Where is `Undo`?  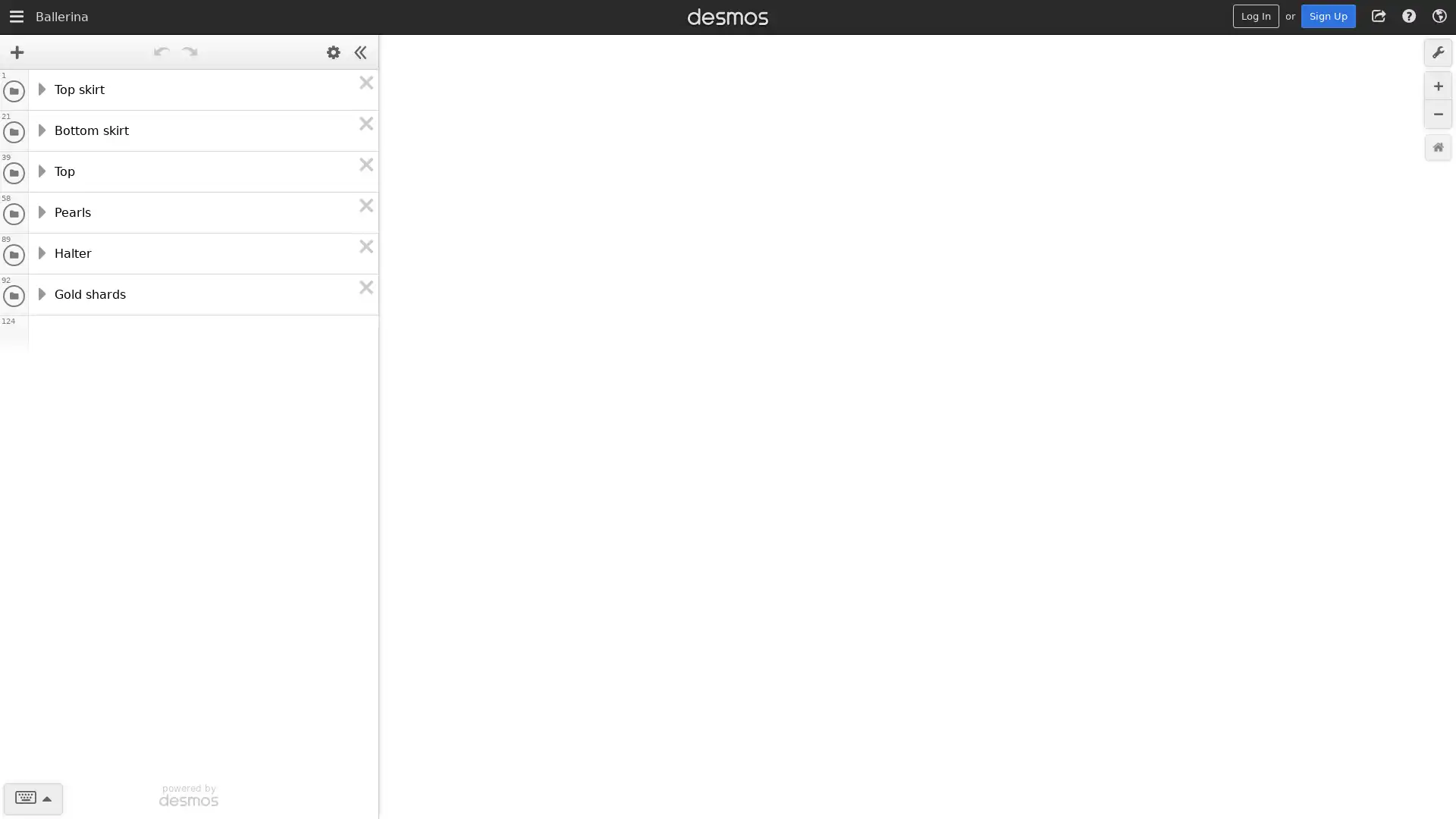 Undo is located at coordinates (161, 52).